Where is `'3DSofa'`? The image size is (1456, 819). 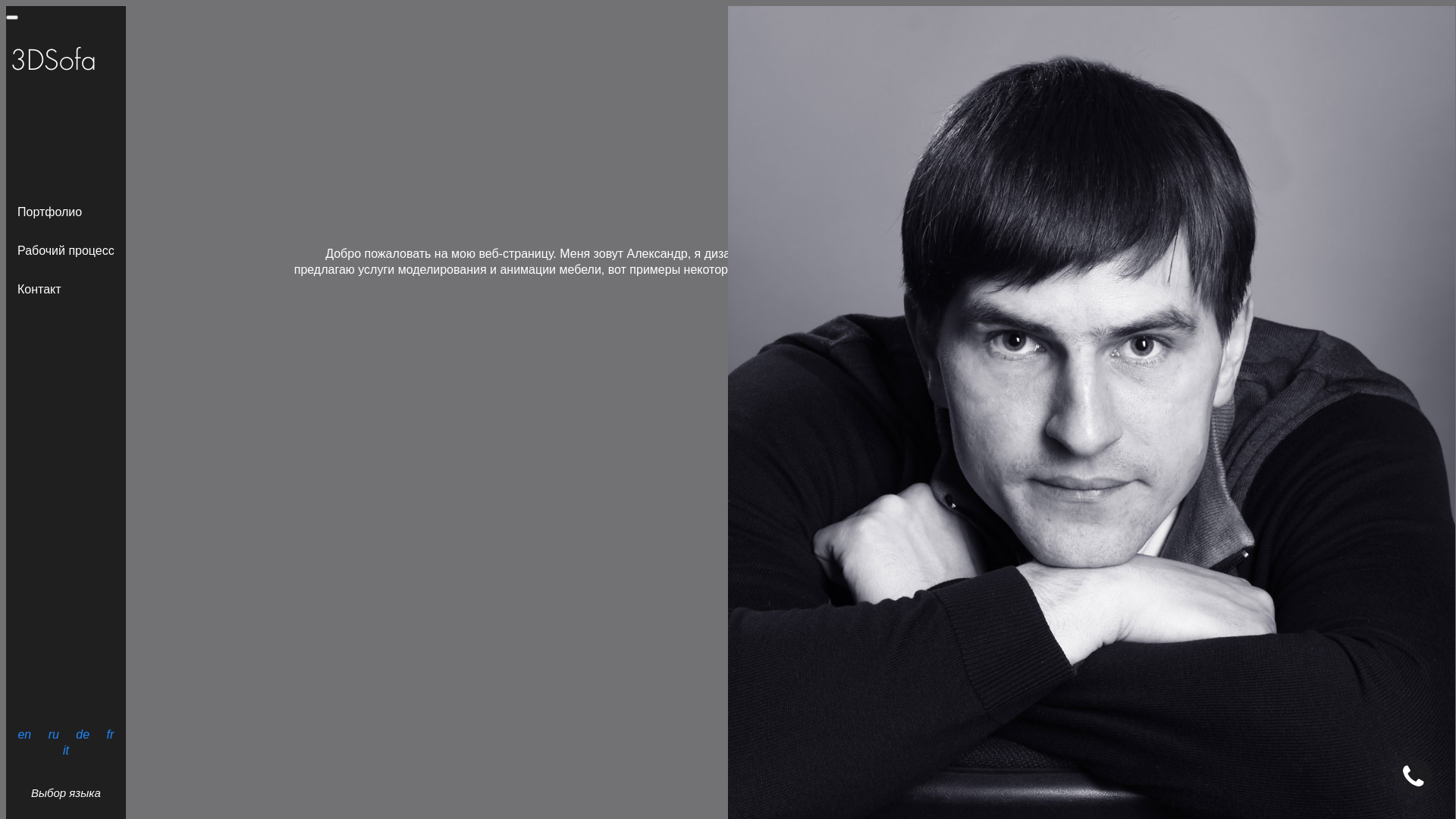
'3DSofa' is located at coordinates (6, 61).